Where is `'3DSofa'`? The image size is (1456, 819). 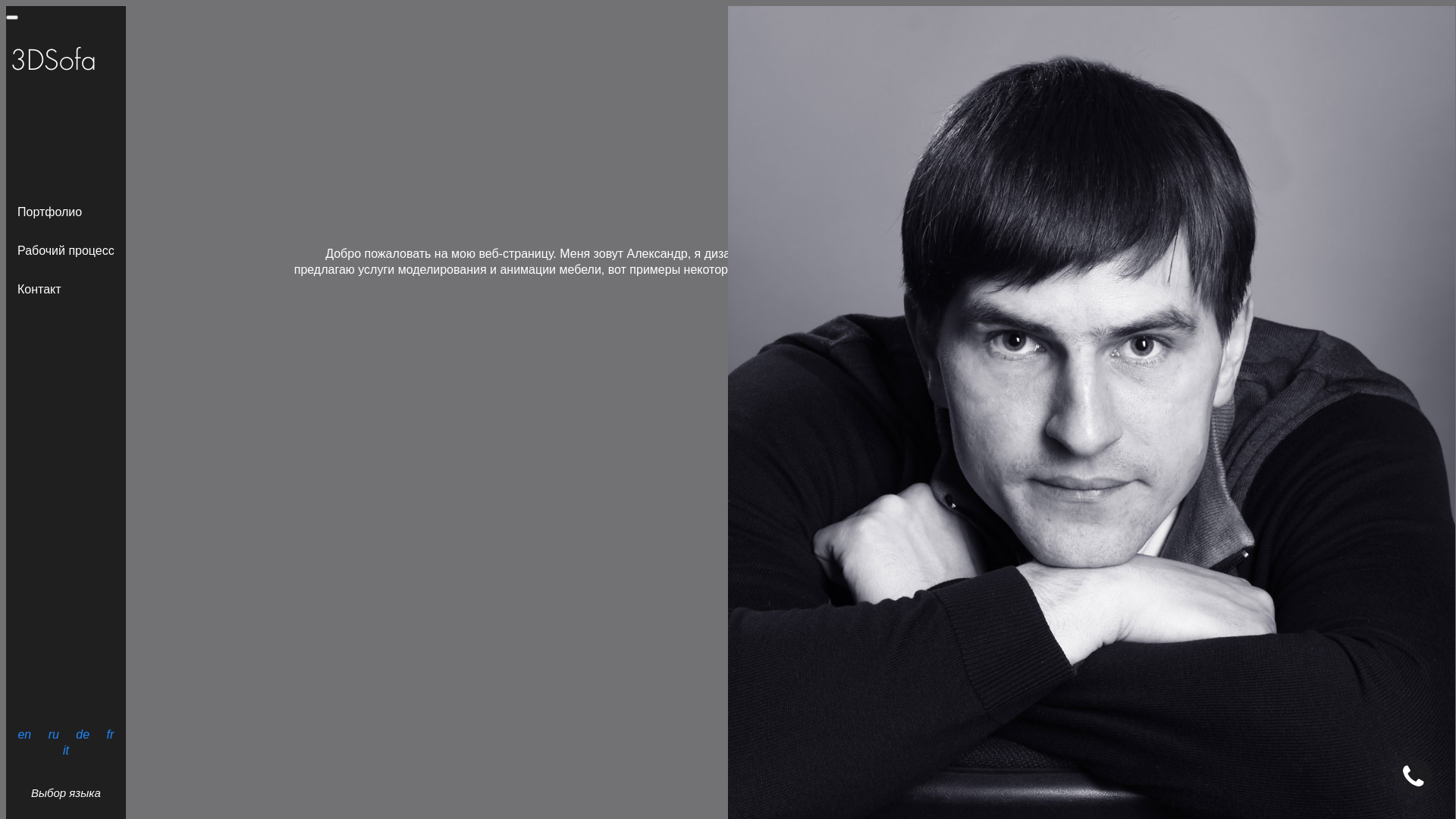
'3DSofa' is located at coordinates (6, 61).